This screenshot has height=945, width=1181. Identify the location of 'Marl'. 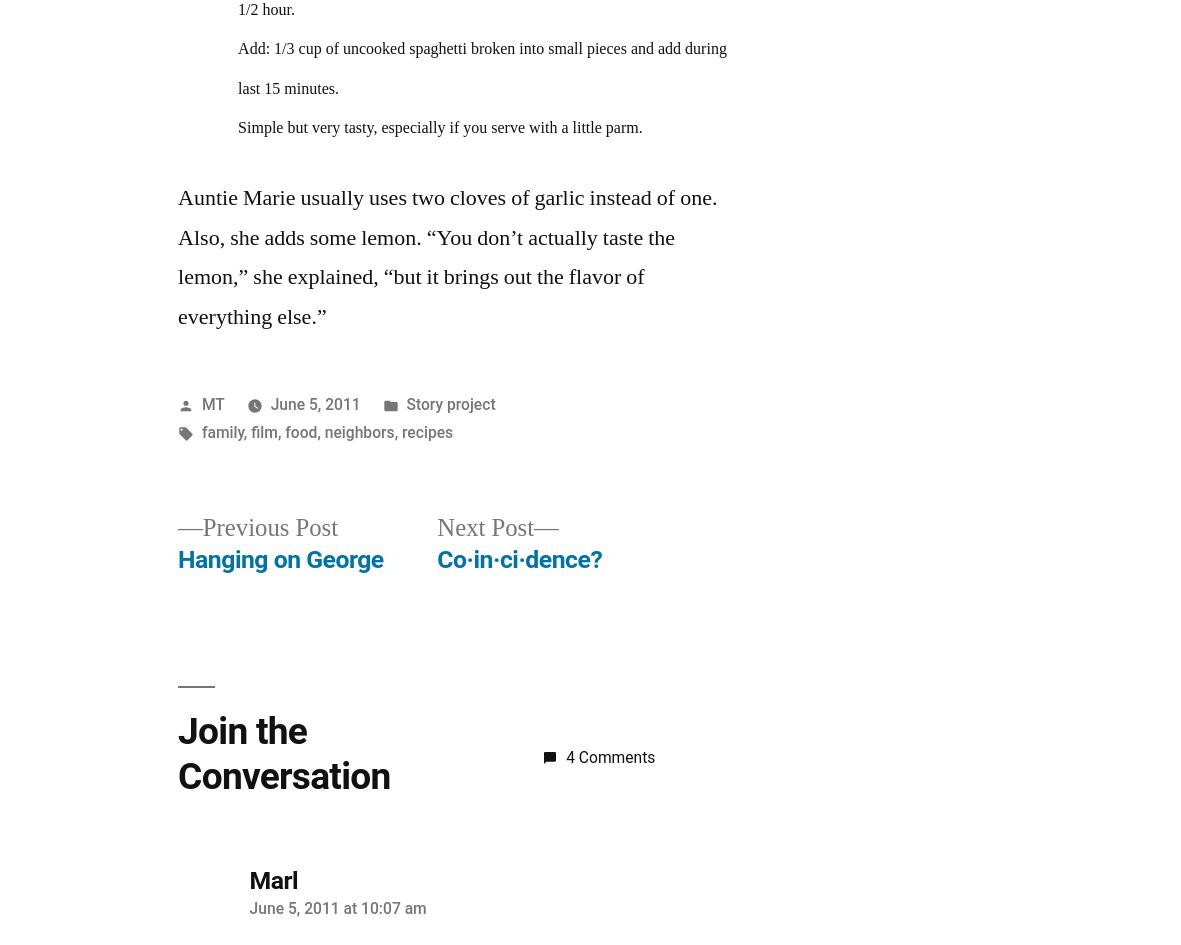
(272, 878).